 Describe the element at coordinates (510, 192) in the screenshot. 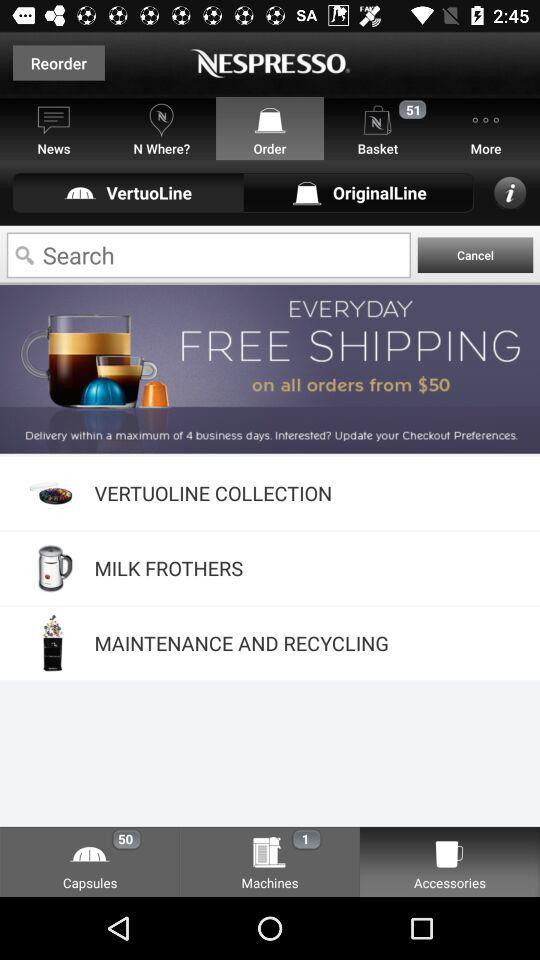

I see `the info icon` at that location.